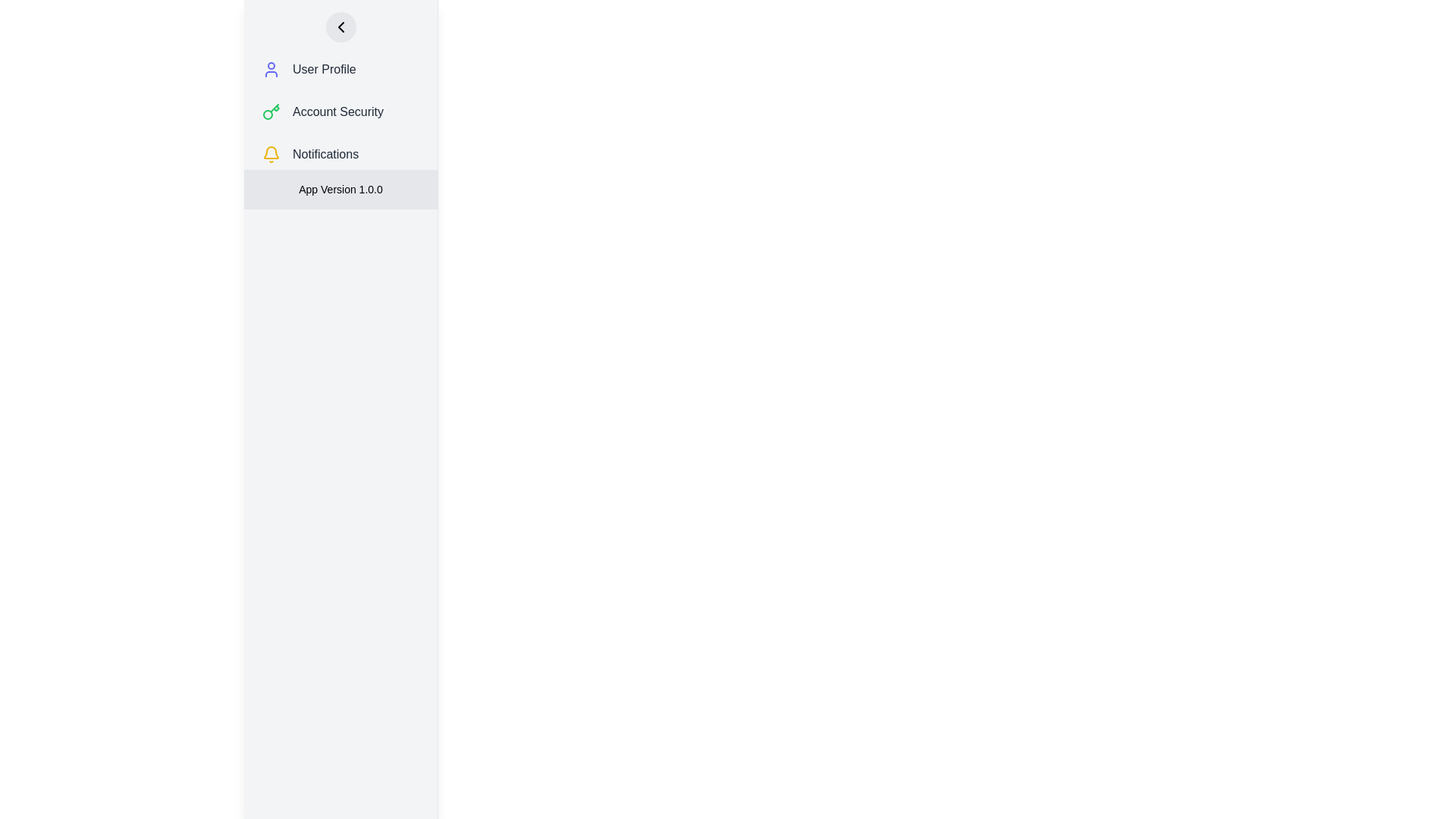 The image size is (1456, 819). I want to click on the stylized key icon with a green outline located in the 'Account Security' menu under the sidebar menu, so click(271, 111).